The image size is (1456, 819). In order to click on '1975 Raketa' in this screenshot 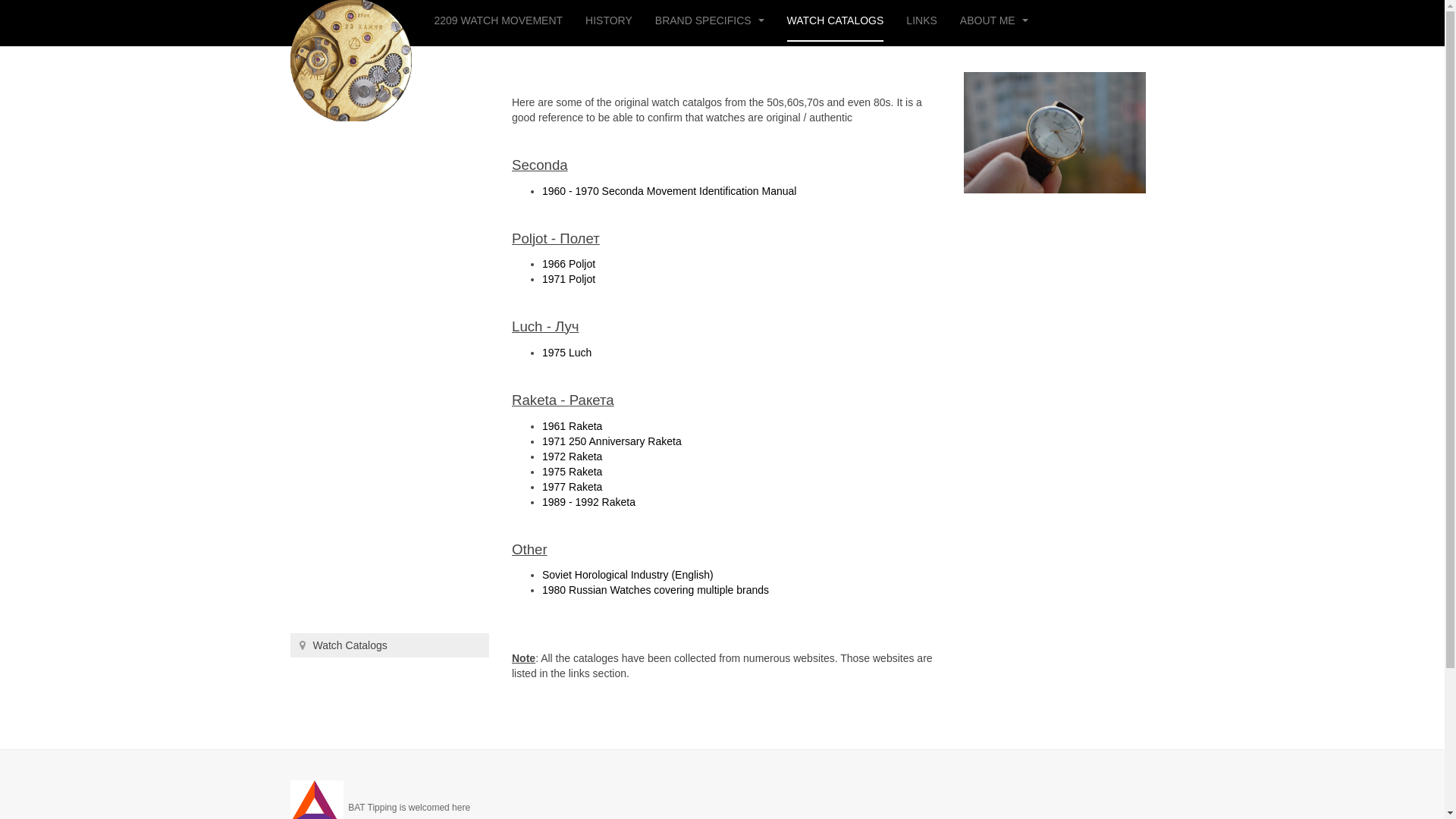, I will do `click(571, 470)`.